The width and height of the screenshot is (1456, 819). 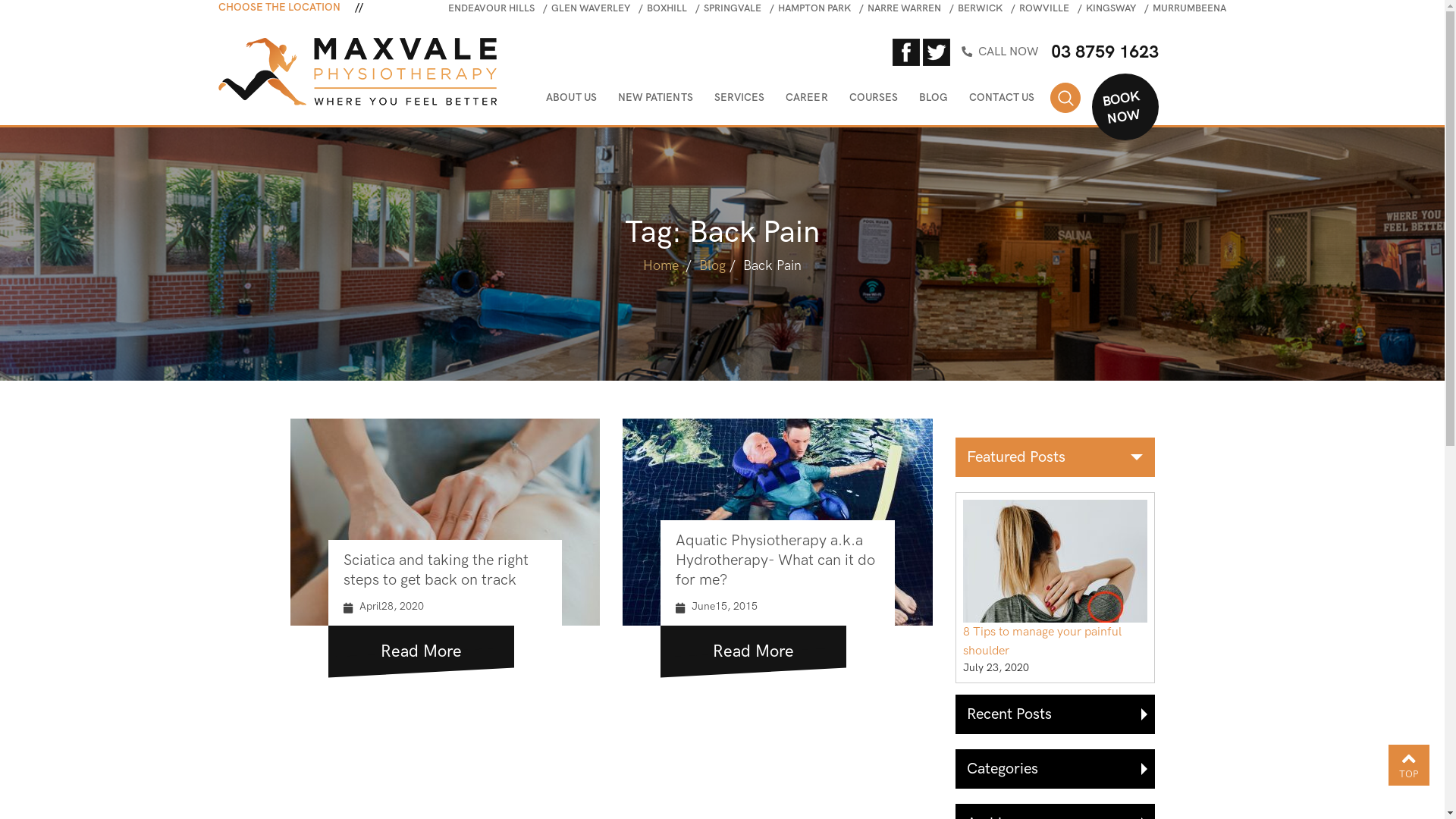 I want to click on 'Sciatica and taking the right steps to get back on track', so click(x=435, y=570).